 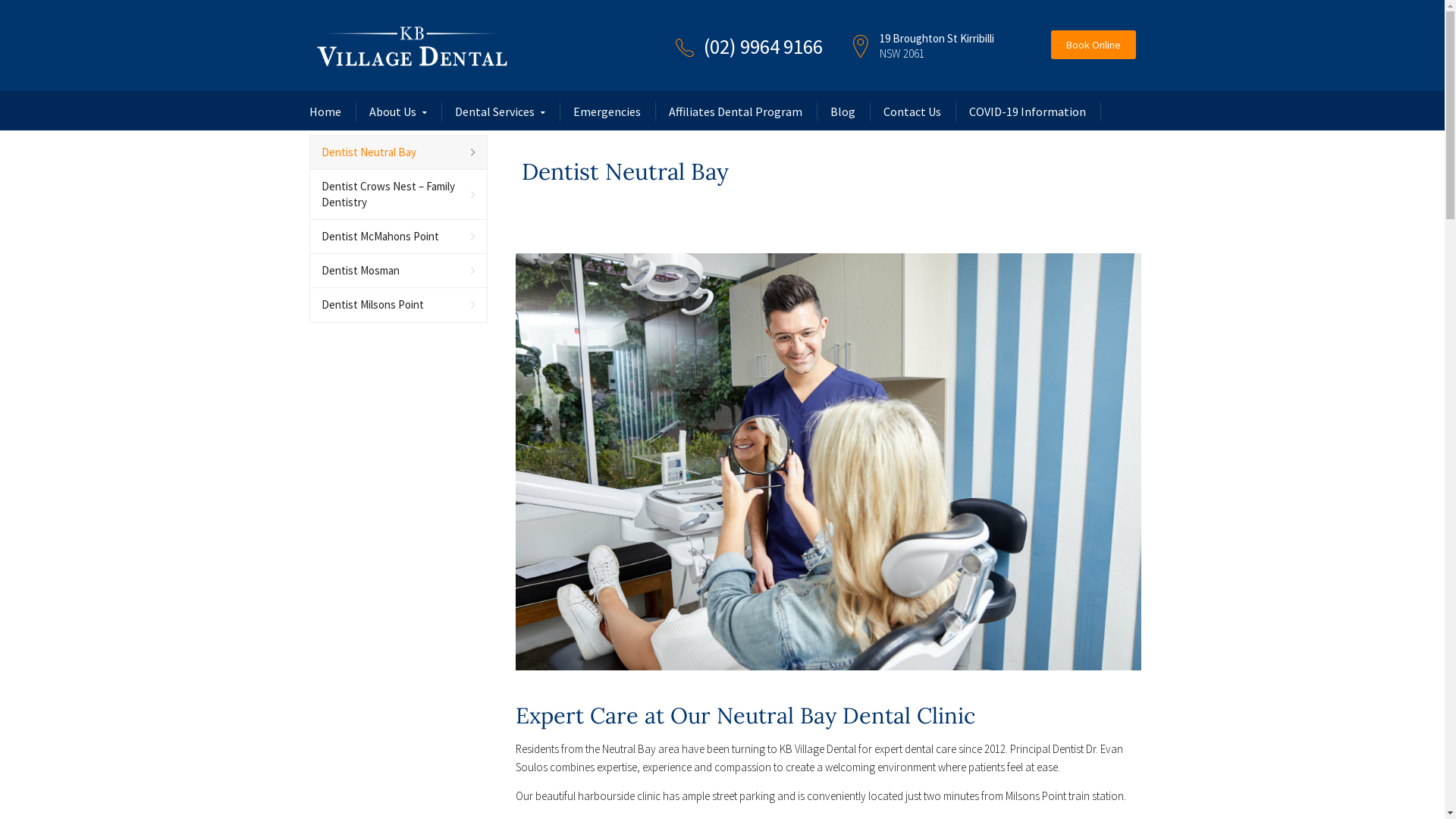 I want to click on 'Book Online', so click(x=1050, y=43).